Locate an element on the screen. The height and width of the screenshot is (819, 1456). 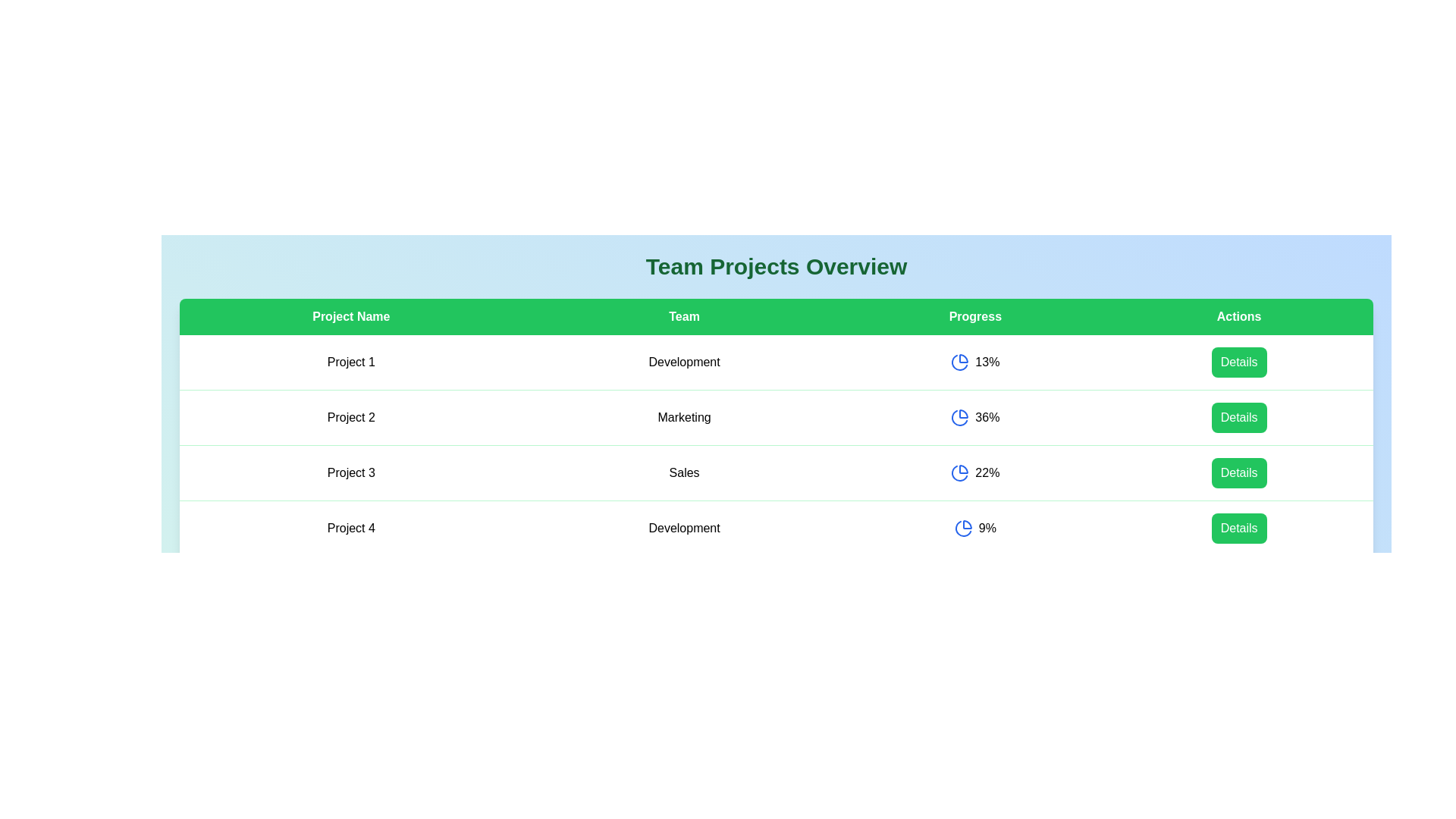
the pie chart icon for the project with ID 1 is located at coordinates (959, 362).